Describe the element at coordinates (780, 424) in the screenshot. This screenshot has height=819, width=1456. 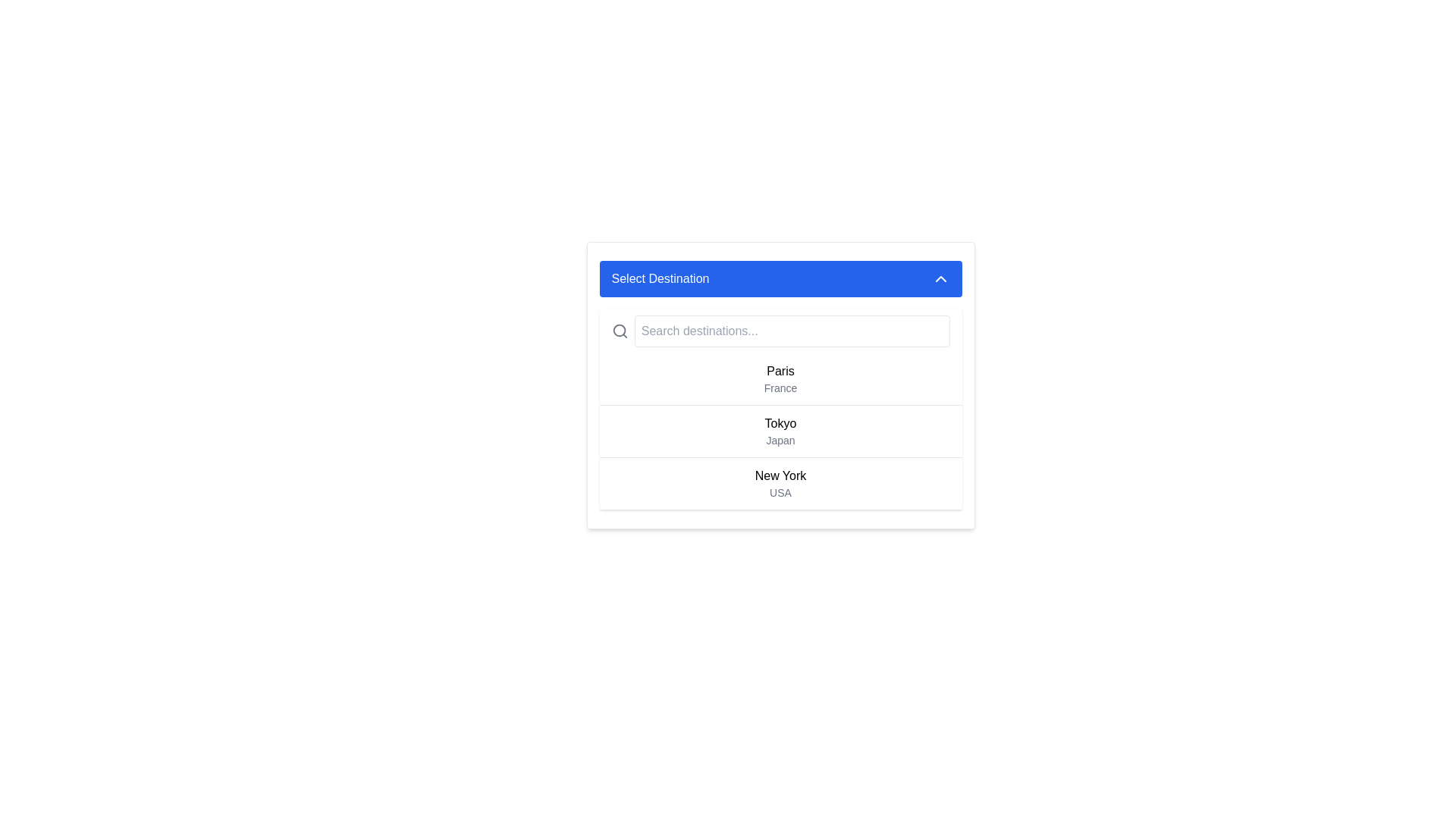
I see `the static text label for 'Tokyo' located under the header 'Select Destination' in the second row of selectable destinations` at that location.